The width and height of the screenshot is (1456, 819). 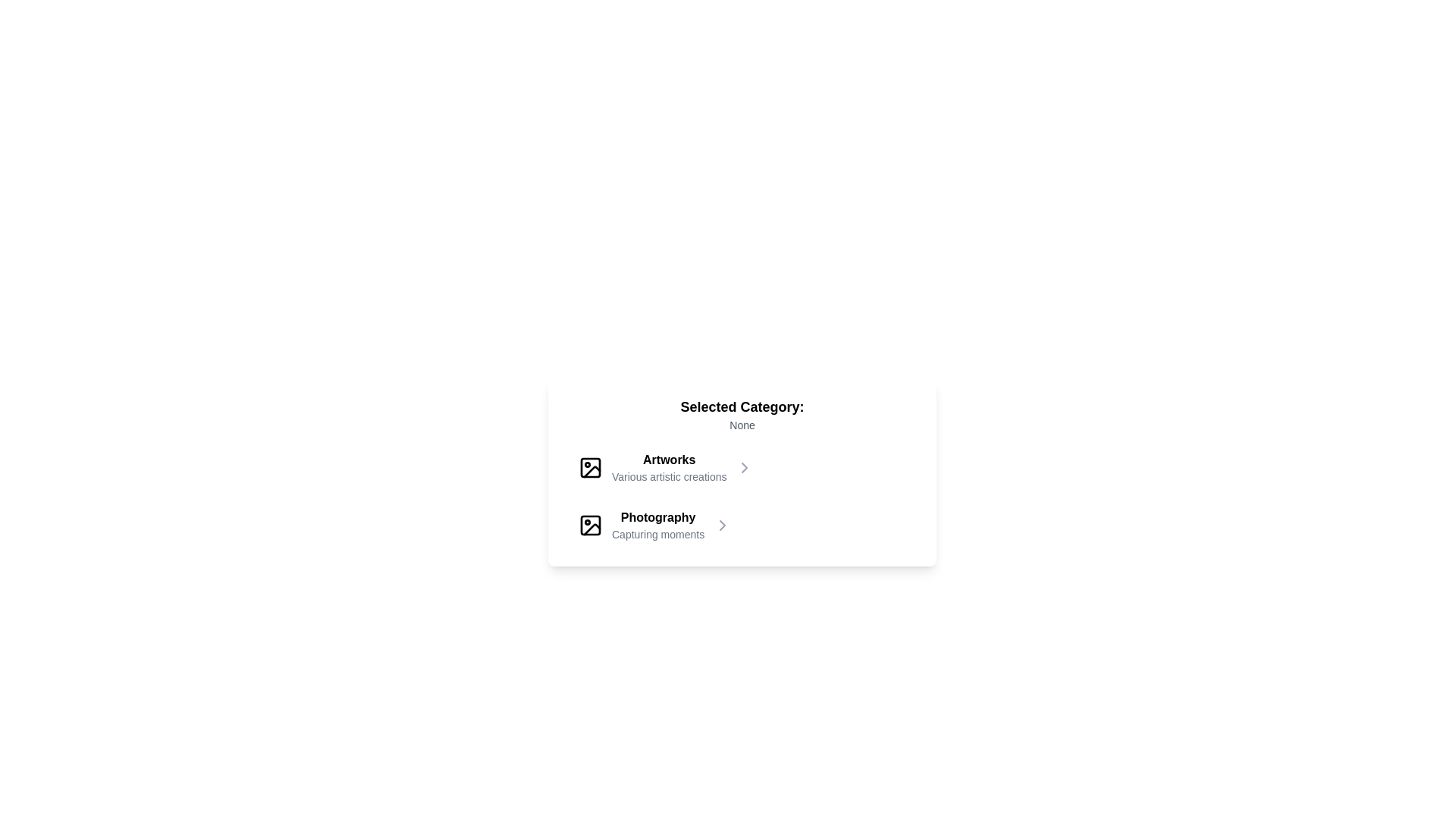 I want to click on the interactive list or menu containing categories located below the title 'Selected Category: None' to view the context menu, so click(x=742, y=497).